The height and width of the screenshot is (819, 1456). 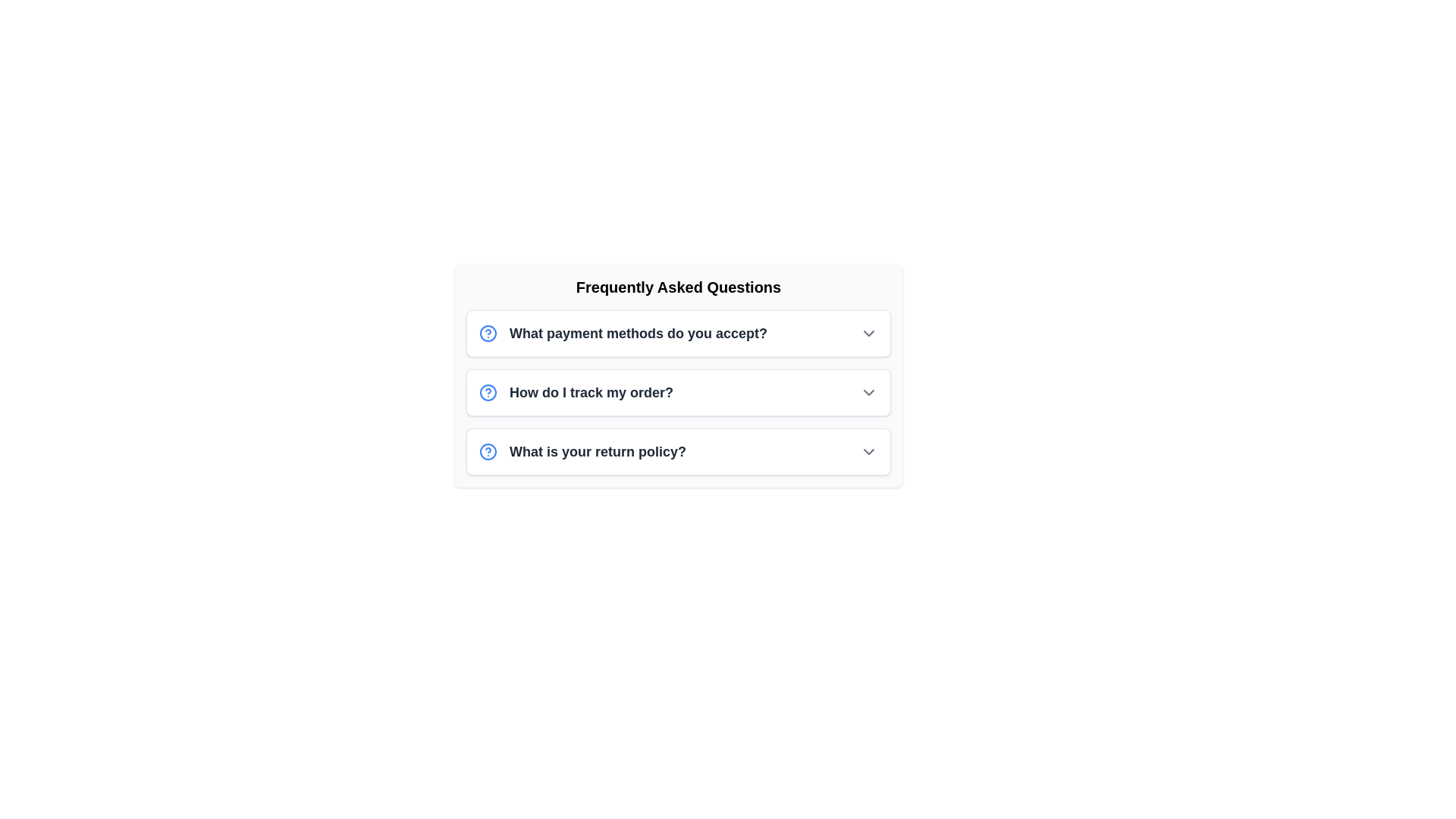 What do you see at coordinates (582, 451) in the screenshot?
I see `the last Expandable List Item with the question mark icon and text 'What is your return policy?' under the 'Frequently Asked Questions' header` at bounding box center [582, 451].